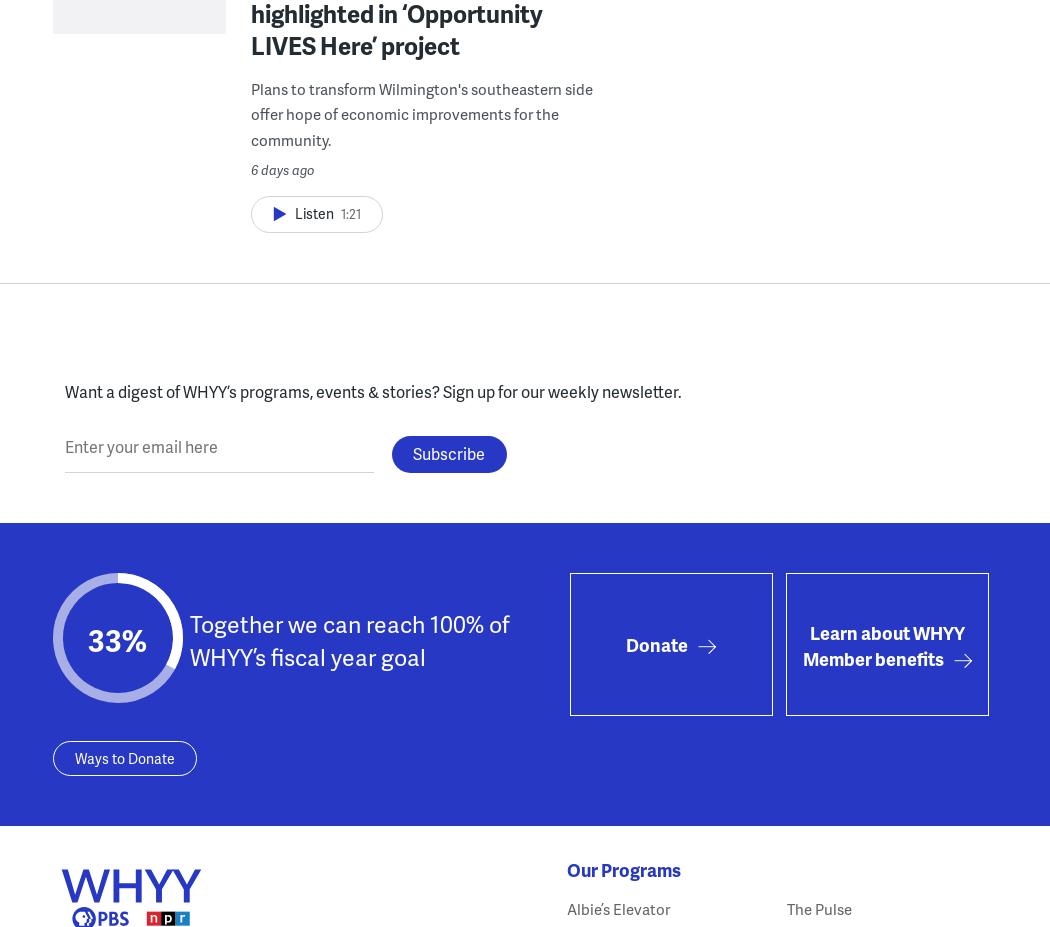 Image resolution: width=1050 pixels, height=927 pixels. What do you see at coordinates (800, 643) in the screenshot?
I see `'Learn about WHYY Member benefits'` at bounding box center [800, 643].